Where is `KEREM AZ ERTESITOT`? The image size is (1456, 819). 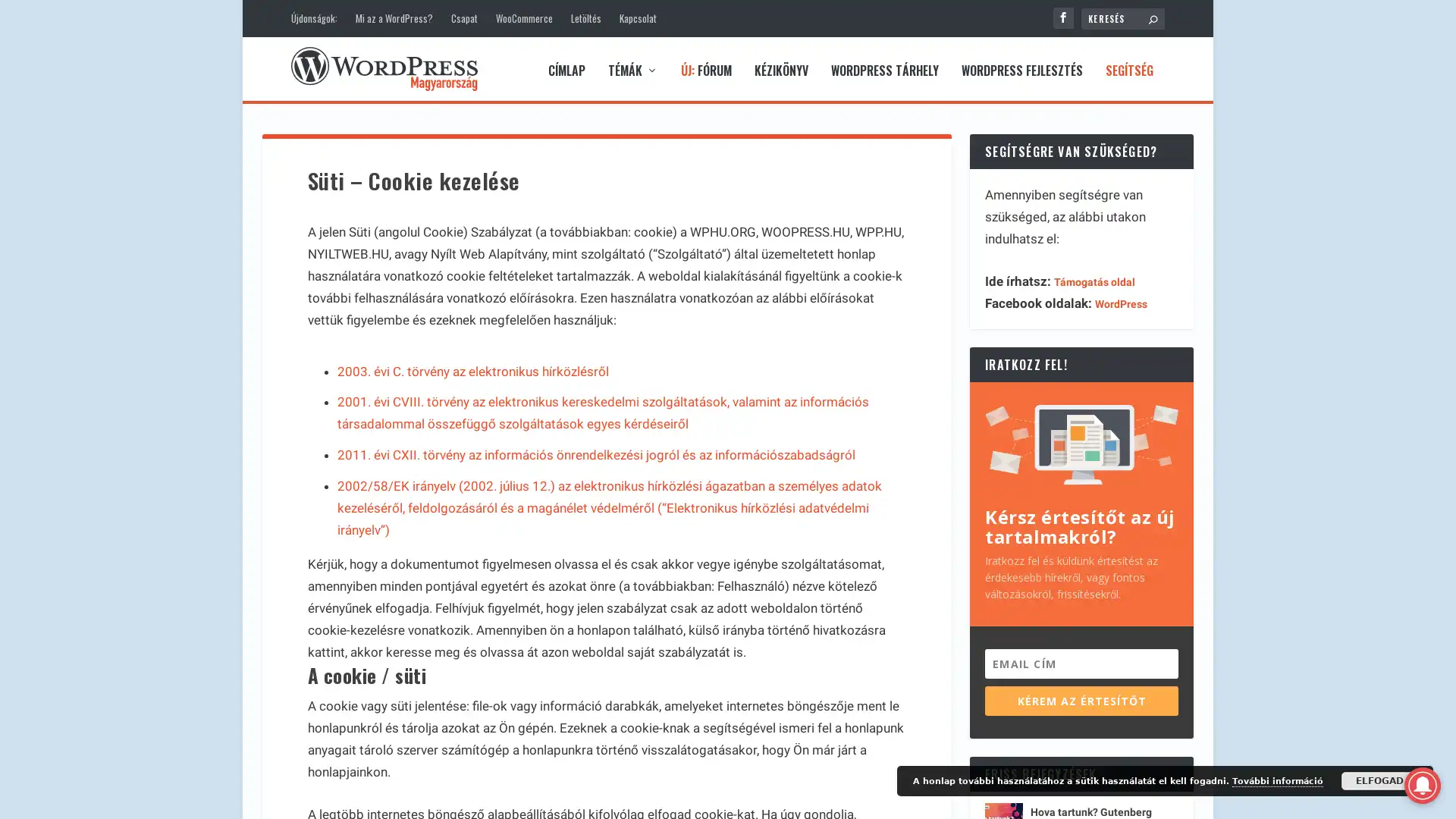
KEREM AZ ERTESITOT is located at coordinates (1081, 697).